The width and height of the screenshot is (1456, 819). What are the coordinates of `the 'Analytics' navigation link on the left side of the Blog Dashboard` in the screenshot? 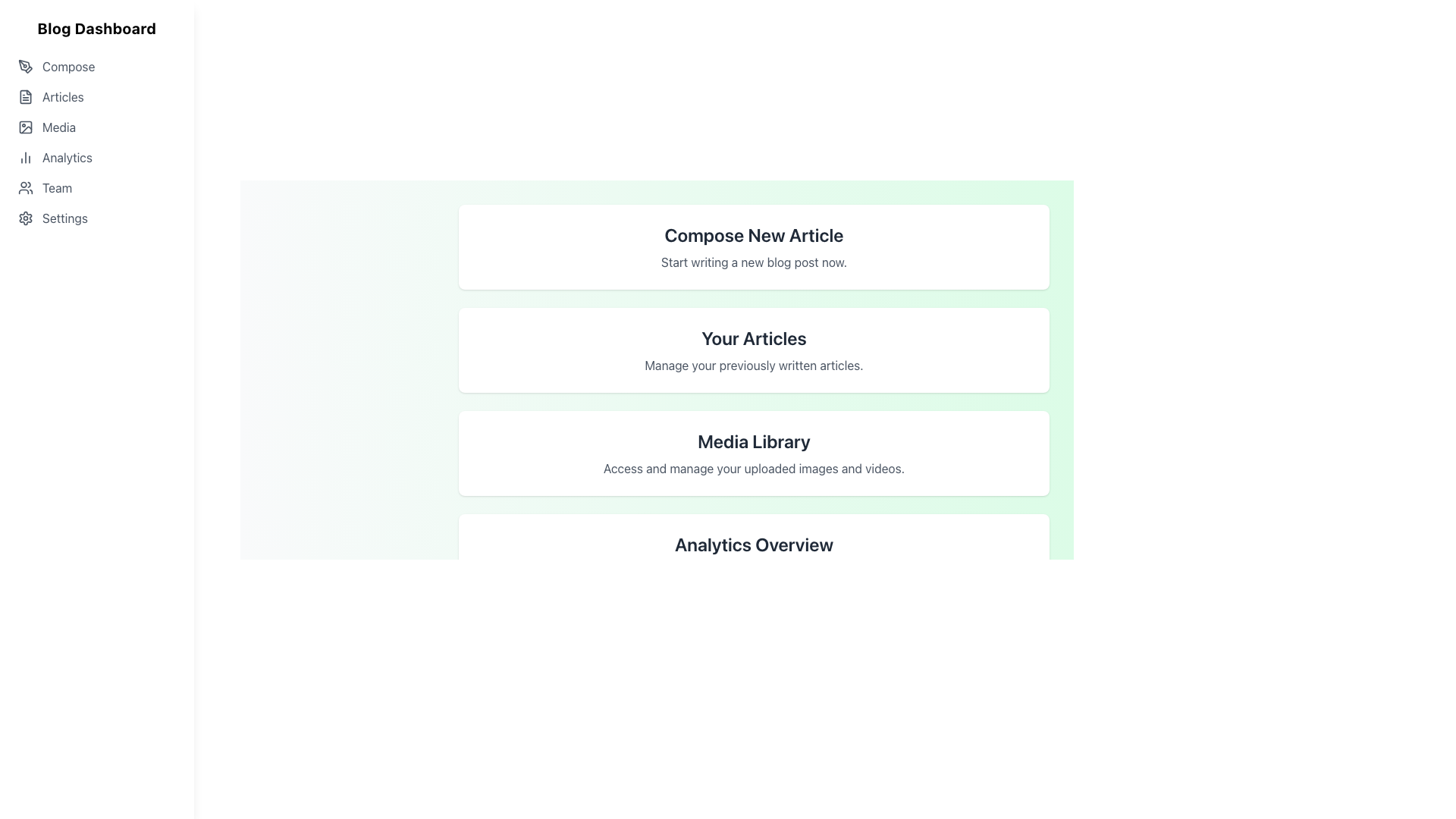 It's located at (96, 143).